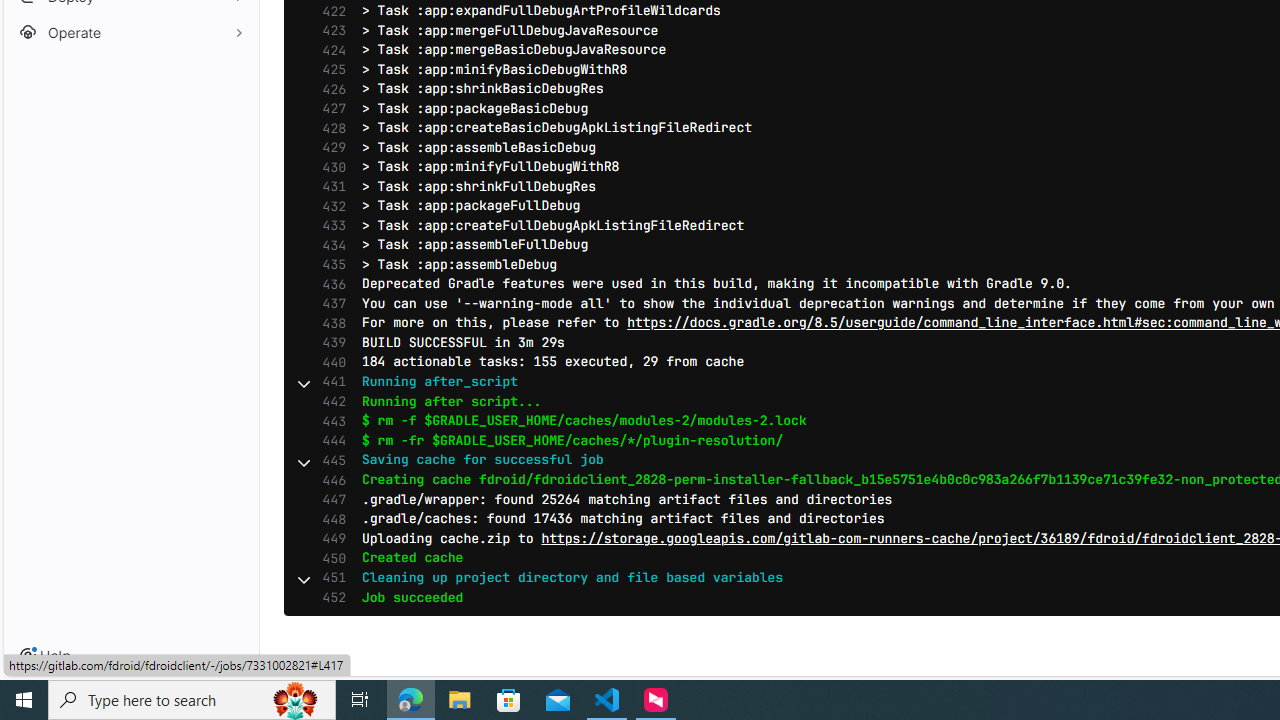  Describe the element at coordinates (329, 537) in the screenshot. I see `'449'` at that location.